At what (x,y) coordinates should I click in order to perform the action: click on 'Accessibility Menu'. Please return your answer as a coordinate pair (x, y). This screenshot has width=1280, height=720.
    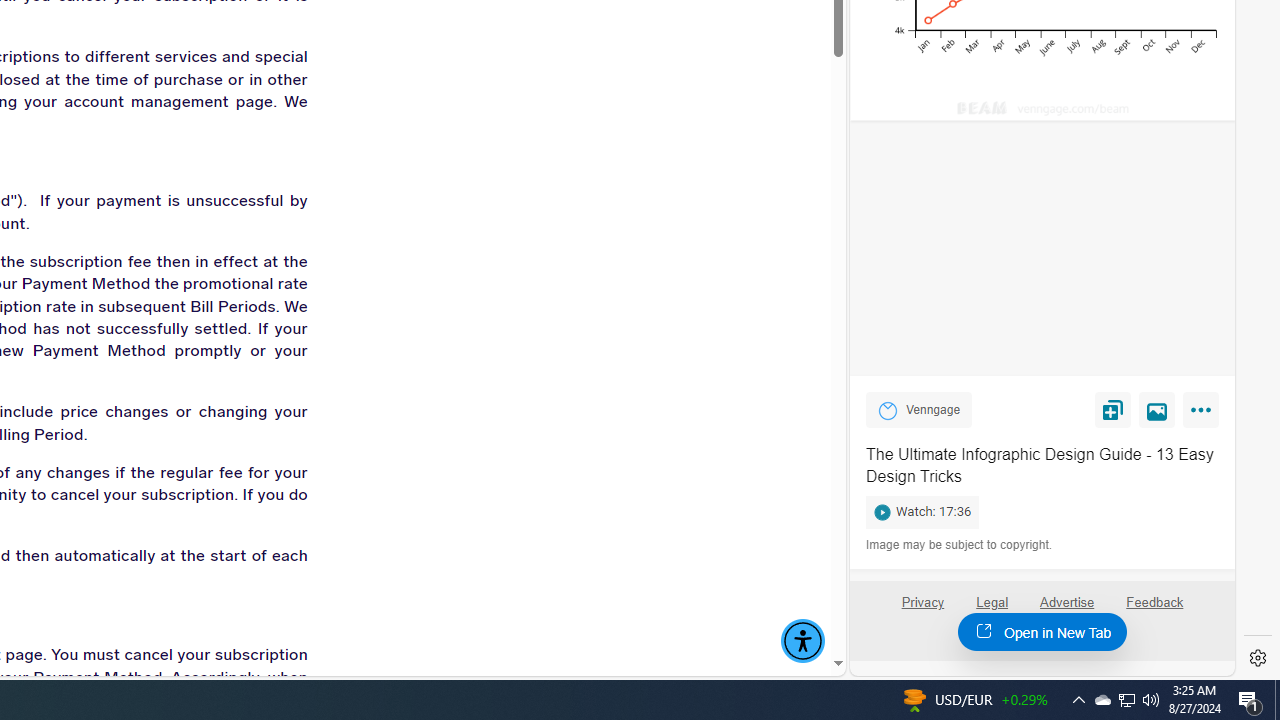
    Looking at the image, I should click on (803, 641).